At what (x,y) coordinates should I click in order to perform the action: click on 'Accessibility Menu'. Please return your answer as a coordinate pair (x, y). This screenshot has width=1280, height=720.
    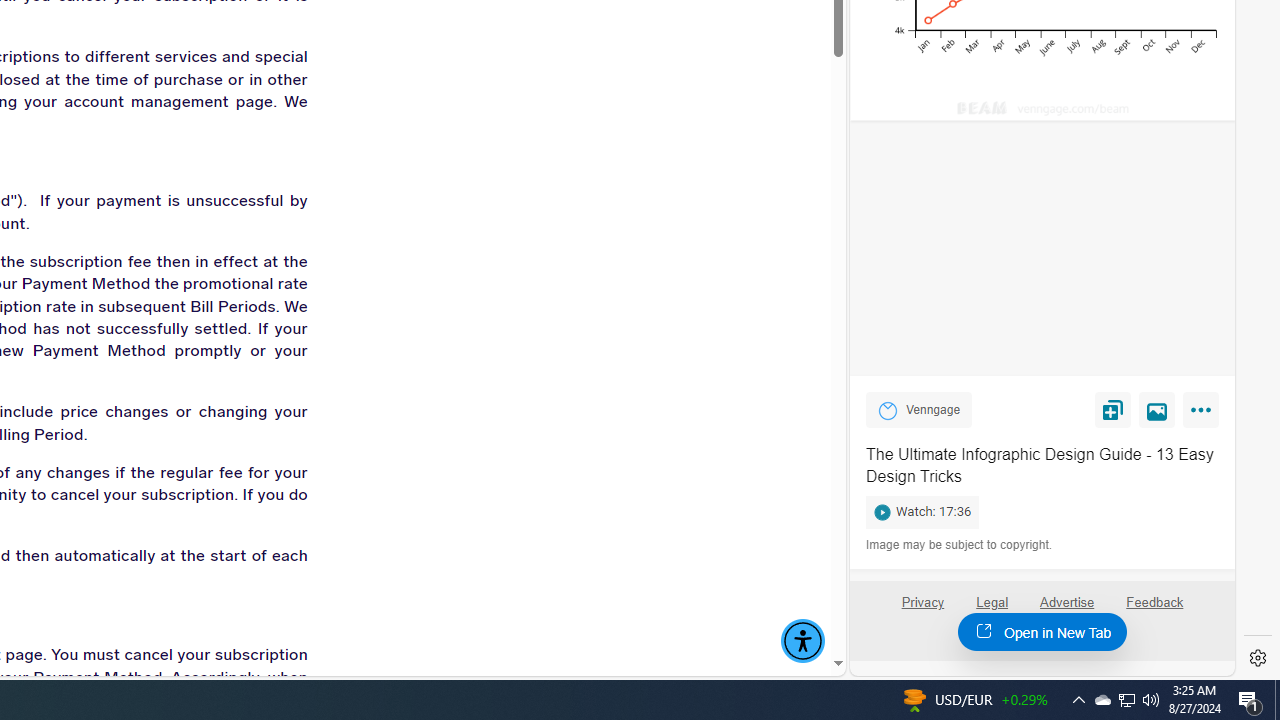
    Looking at the image, I should click on (803, 641).